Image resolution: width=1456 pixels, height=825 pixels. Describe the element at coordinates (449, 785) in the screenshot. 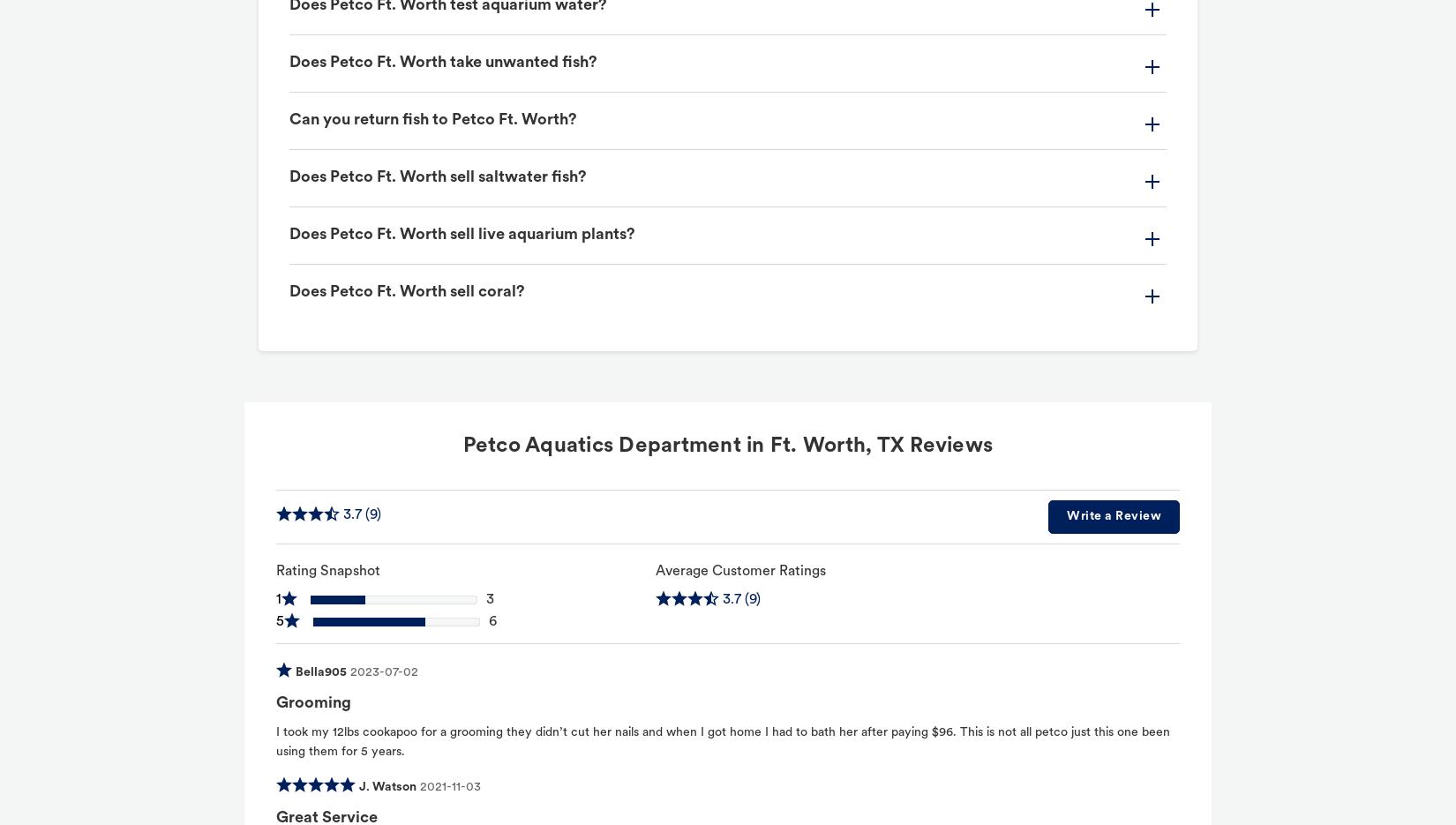

I see `'2021-11-03'` at that location.